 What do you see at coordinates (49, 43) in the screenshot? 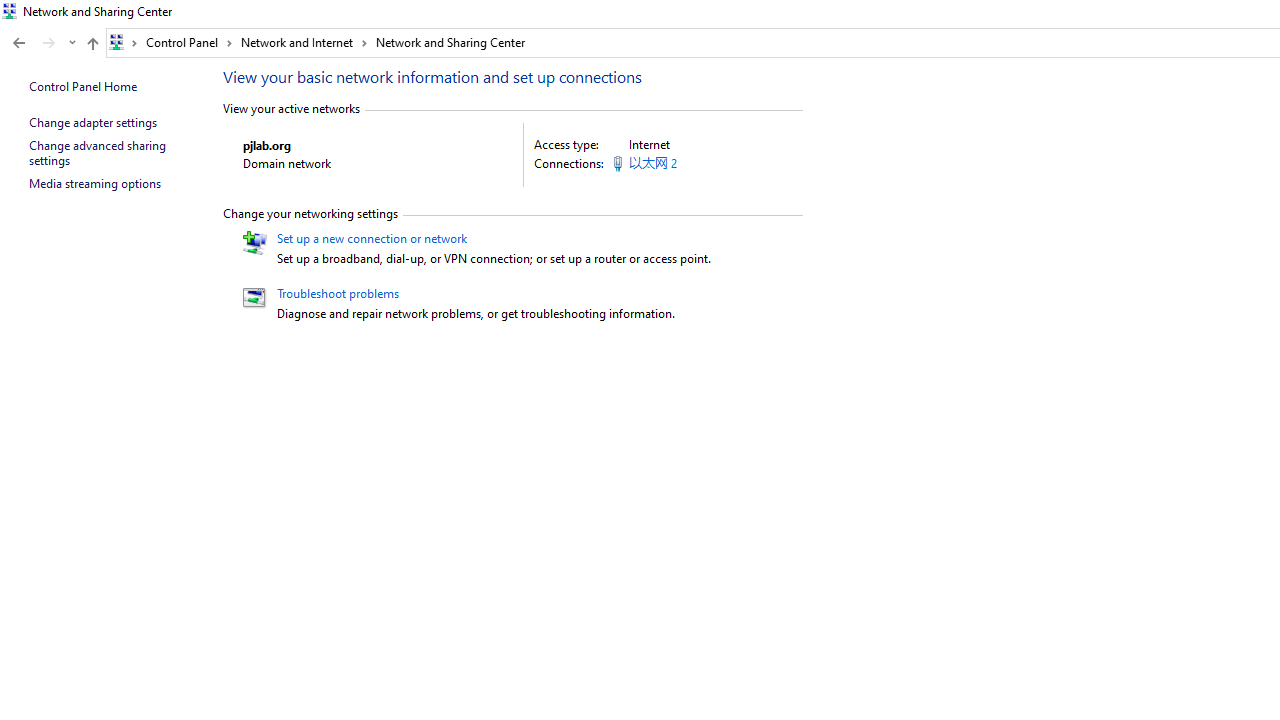
I see `'Forward (Alt + Right Arrow)'` at bounding box center [49, 43].